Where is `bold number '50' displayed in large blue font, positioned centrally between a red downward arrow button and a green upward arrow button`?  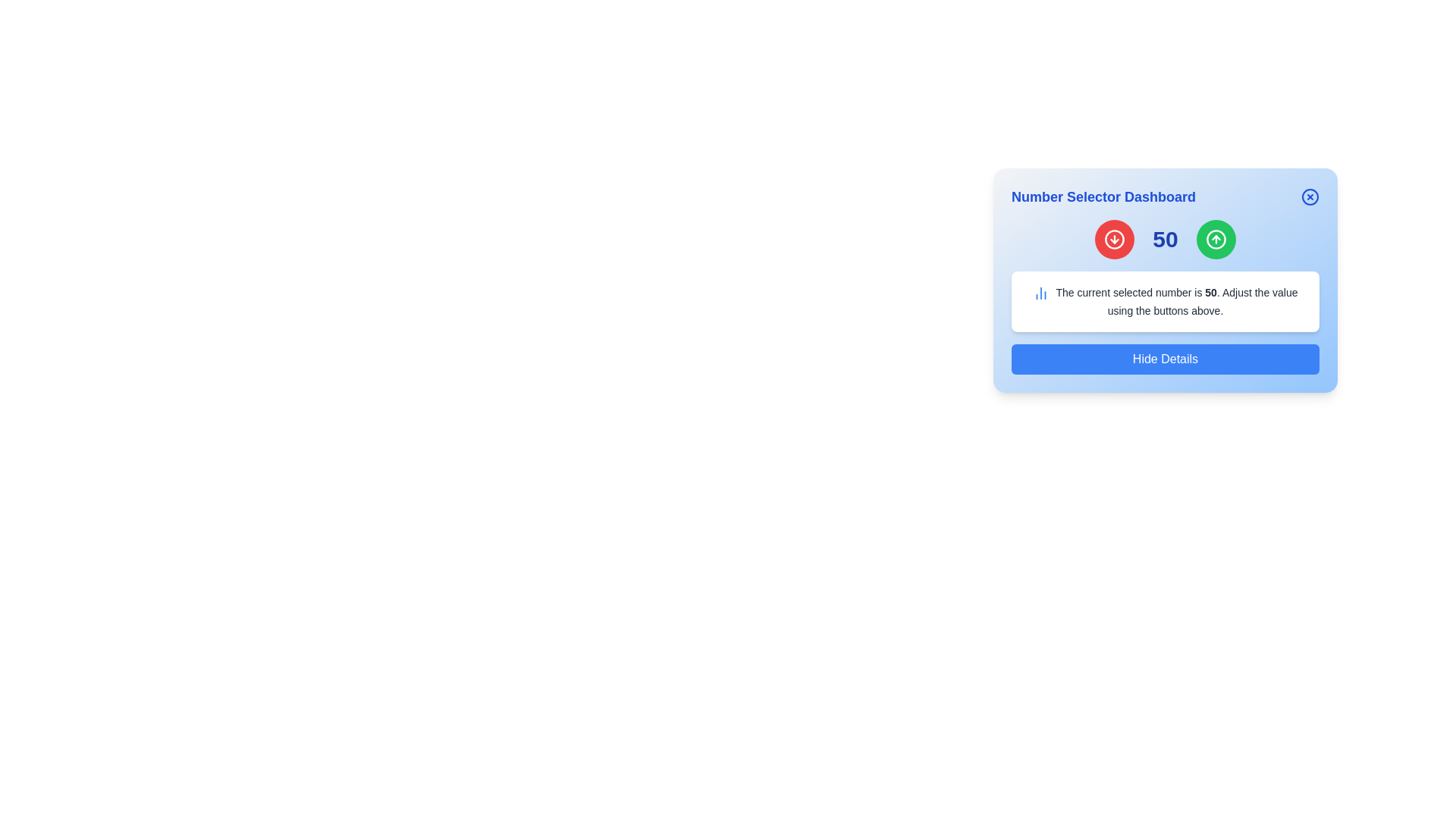
bold number '50' displayed in large blue font, positioned centrally between a red downward arrow button and a green upward arrow button is located at coordinates (1164, 239).